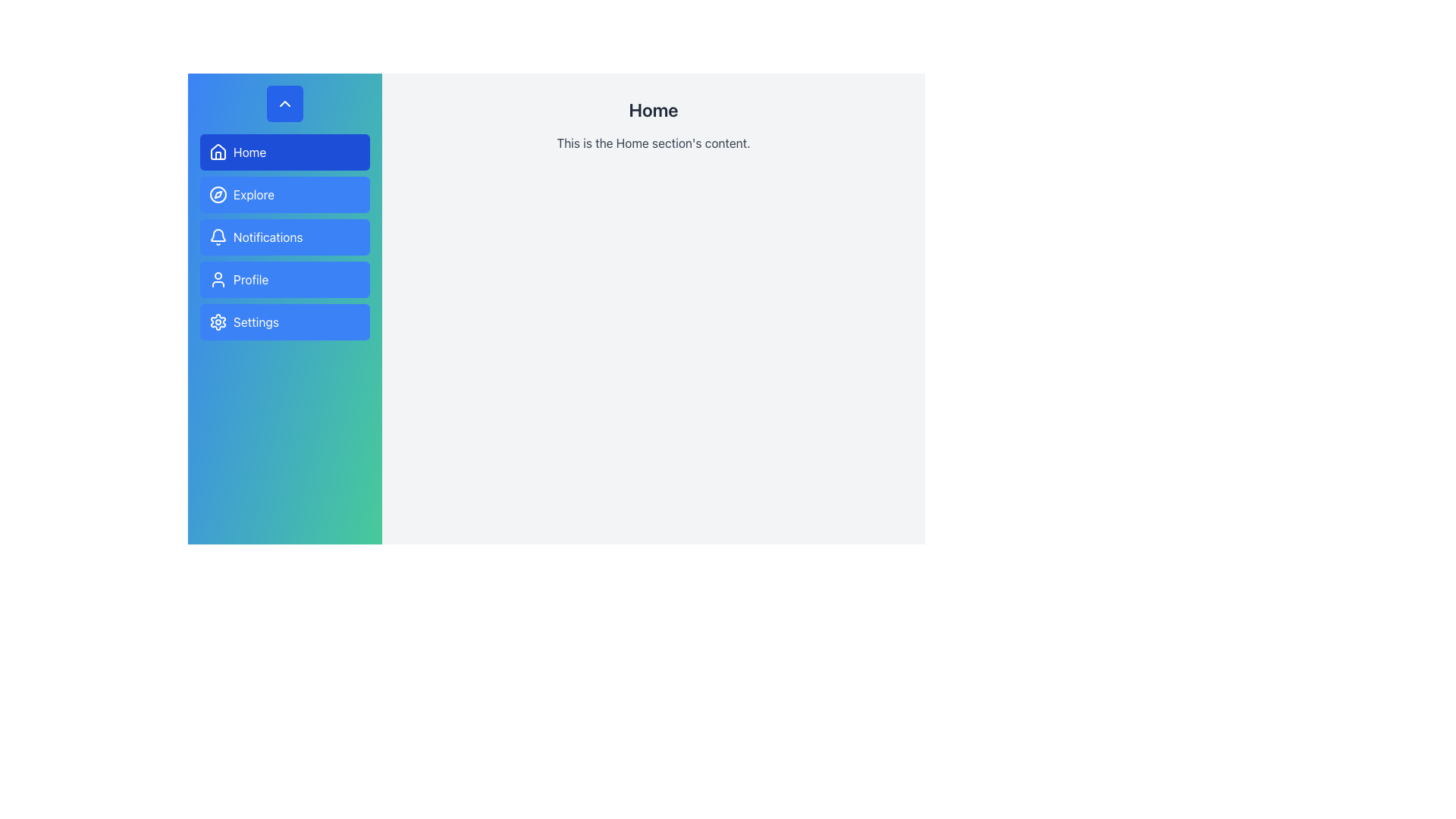  I want to click on the 'Home' navigation icon located at the top-left of the interface within the vertical menu panel, so click(218, 155).